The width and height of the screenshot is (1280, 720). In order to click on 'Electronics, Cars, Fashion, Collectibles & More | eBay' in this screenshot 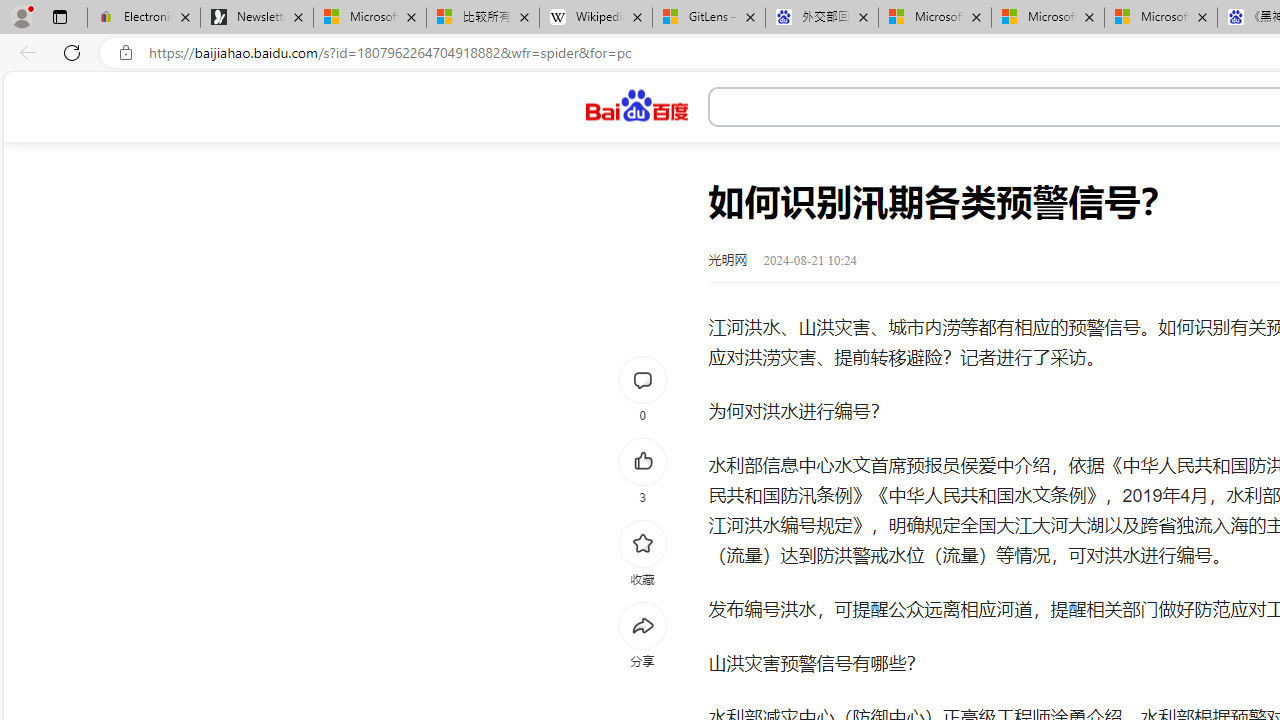, I will do `click(143, 17)`.